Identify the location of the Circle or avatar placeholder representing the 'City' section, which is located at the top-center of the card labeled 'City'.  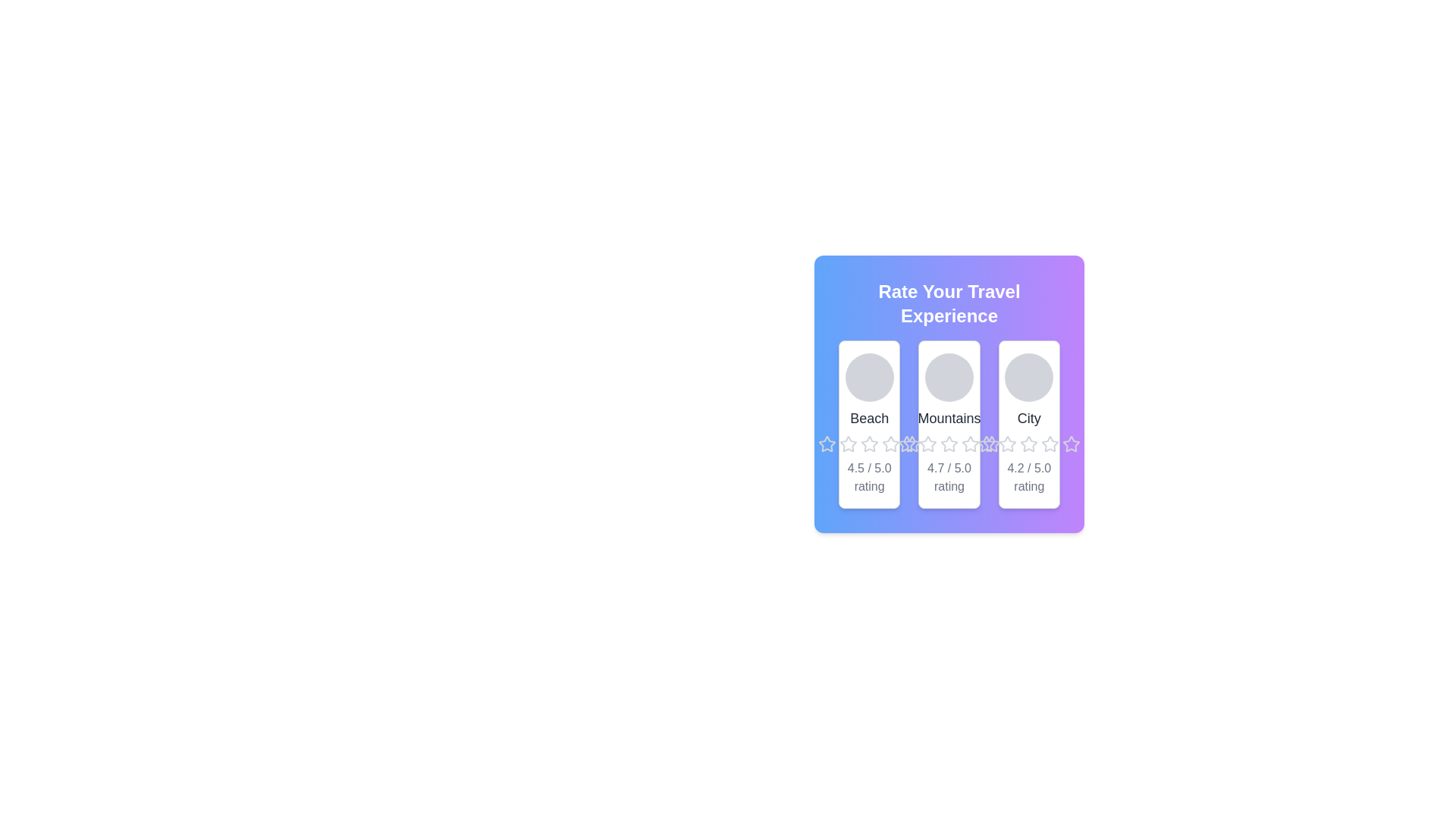
(1029, 376).